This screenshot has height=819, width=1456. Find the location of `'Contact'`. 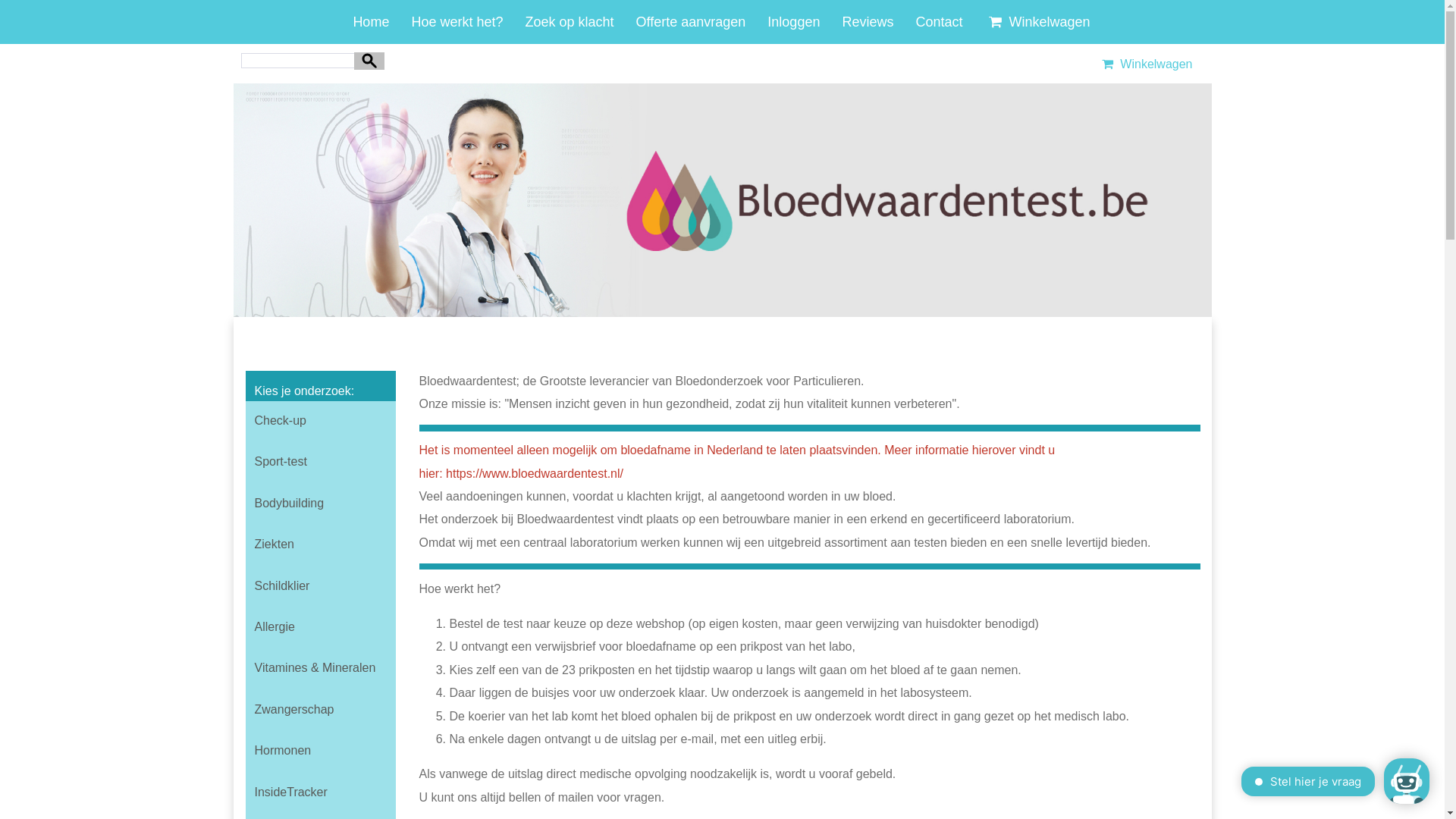

'Contact' is located at coordinates (938, 22).